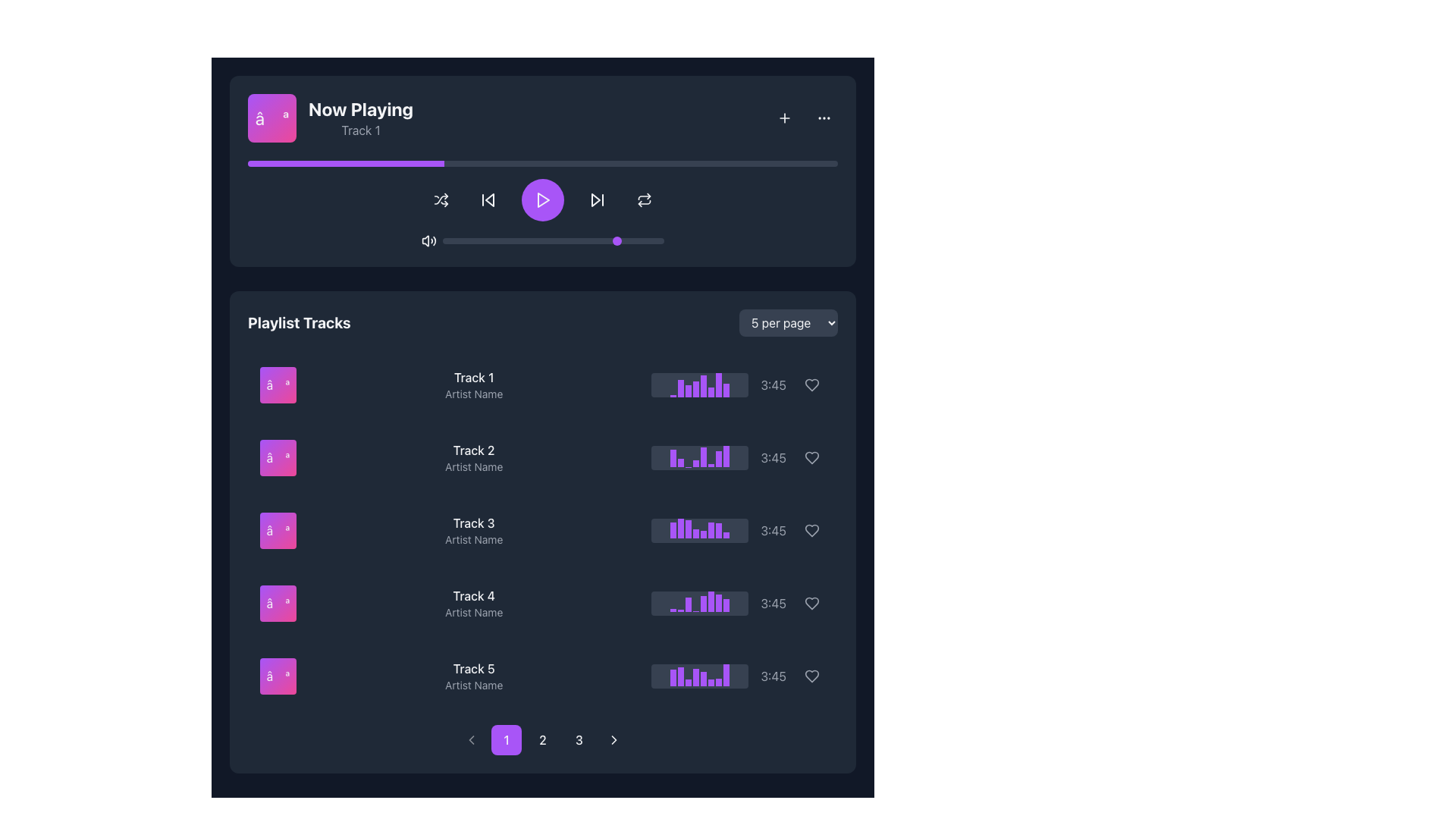 Image resolution: width=1456 pixels, height=819 pixels. Describe the element at coordinates (680, 462) in the screenshot. I see `the second vertical purple progress bar in the mini bar chart representing audio levels for 'Track 2' in the playlist interface` at that location.